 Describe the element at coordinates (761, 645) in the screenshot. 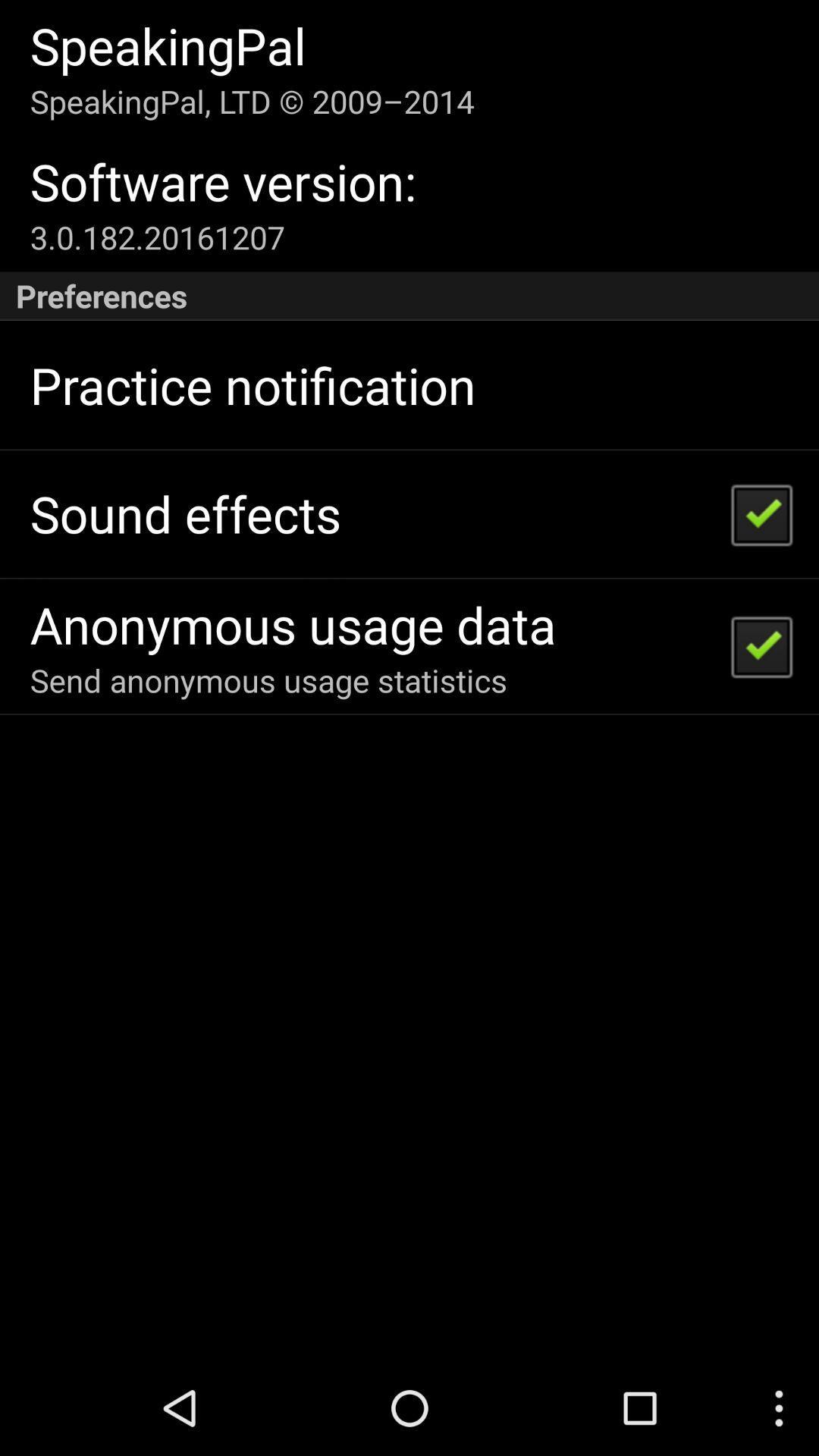

I see `second check box` at that location.